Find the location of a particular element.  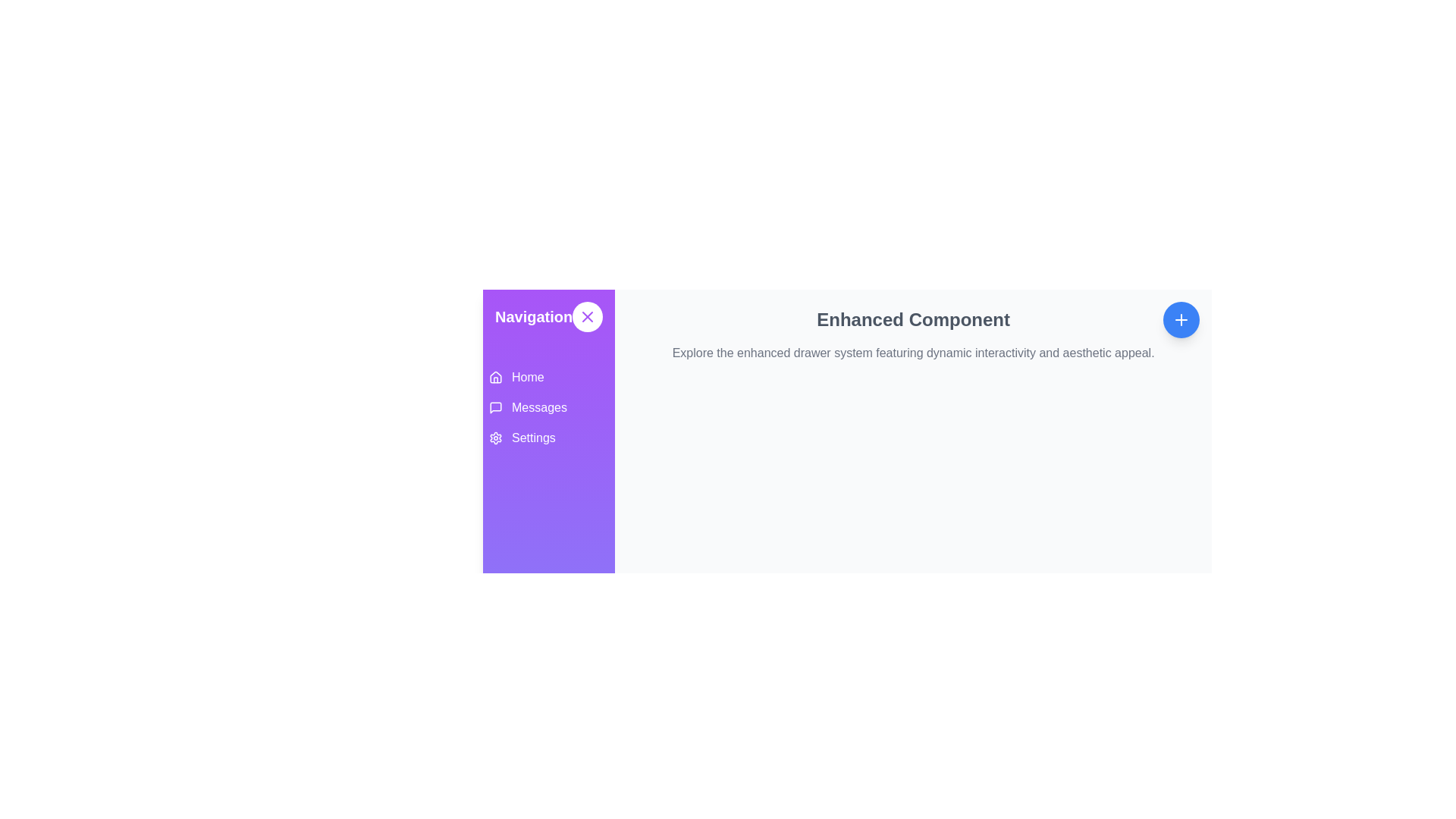

the close button located to the right of the 'Navigation' text in the purple sidebar is located at coordinates (587, 315).